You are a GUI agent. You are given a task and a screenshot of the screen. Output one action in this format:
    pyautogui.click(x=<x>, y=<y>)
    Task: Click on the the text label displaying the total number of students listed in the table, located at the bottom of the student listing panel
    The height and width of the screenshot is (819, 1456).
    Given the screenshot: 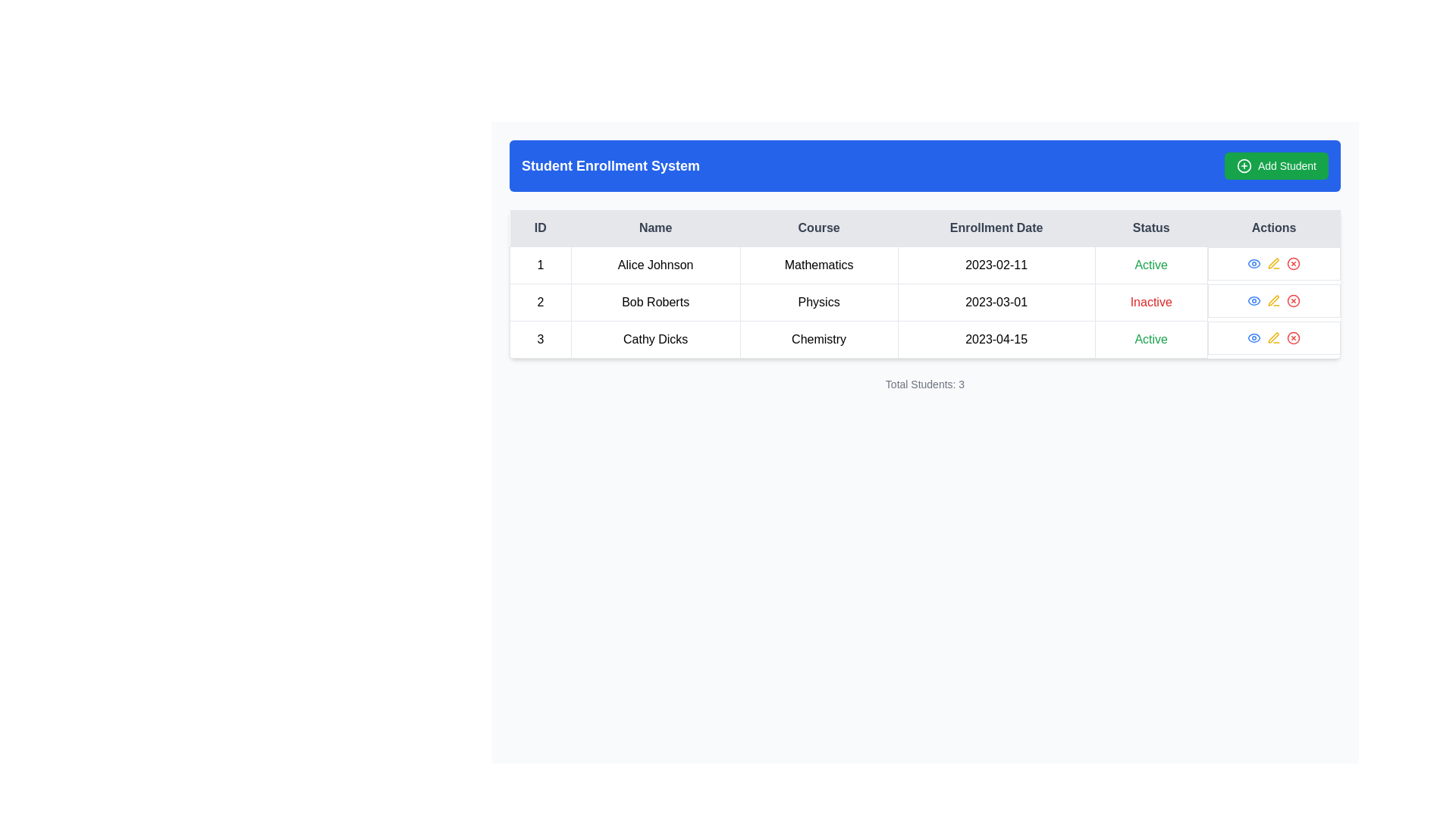 What is the action you would take?
    pyautogui.click(x=924, y=383)
    